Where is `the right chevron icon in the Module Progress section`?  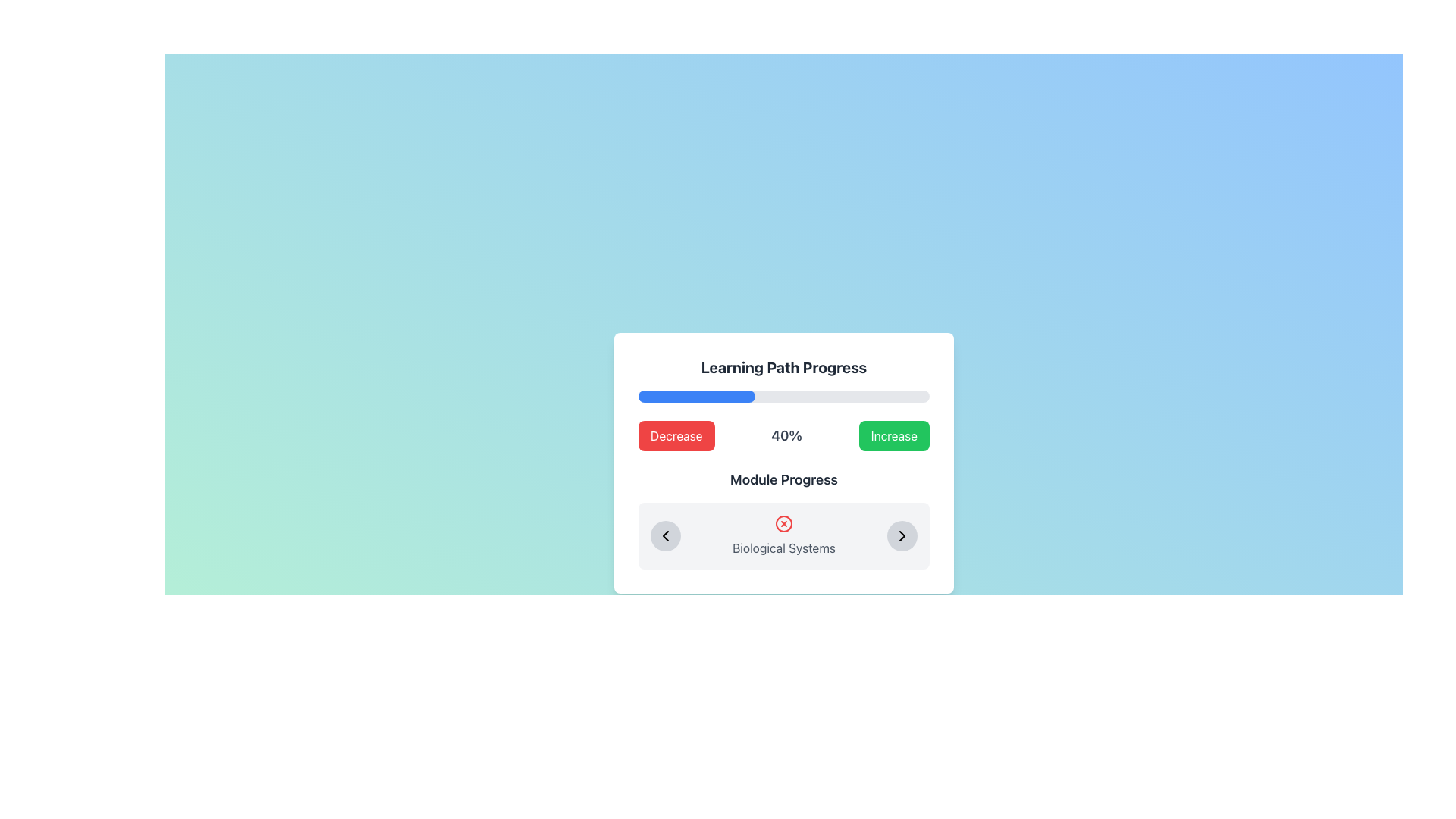
the right chevron icon in the Module Progress section is located at coordinates (902, 535).